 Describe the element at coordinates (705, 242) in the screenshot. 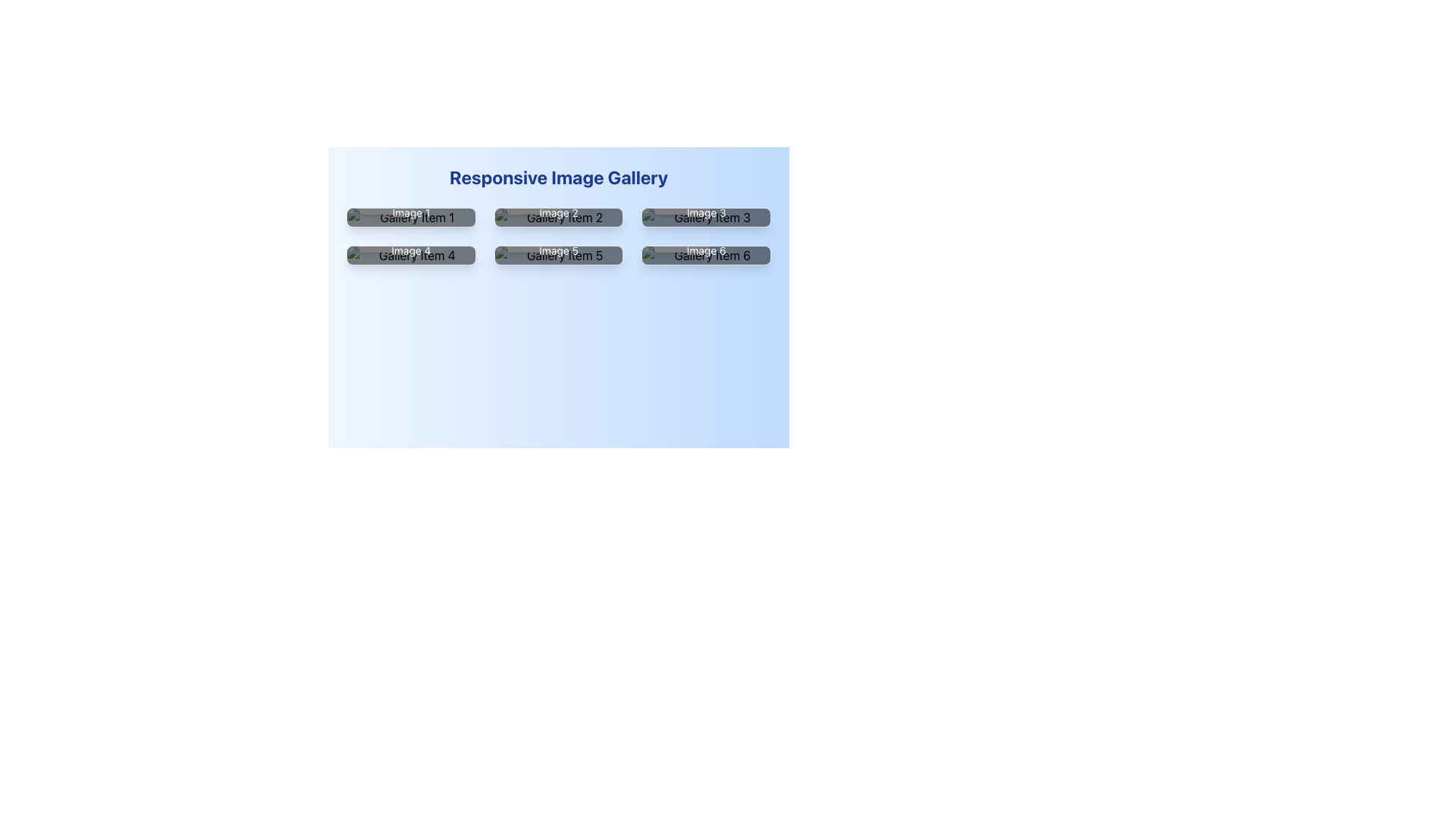

I see `the Text label located at the bottom section of the 'Image 6' gallery card, which provides a description for the associated image` at that location.